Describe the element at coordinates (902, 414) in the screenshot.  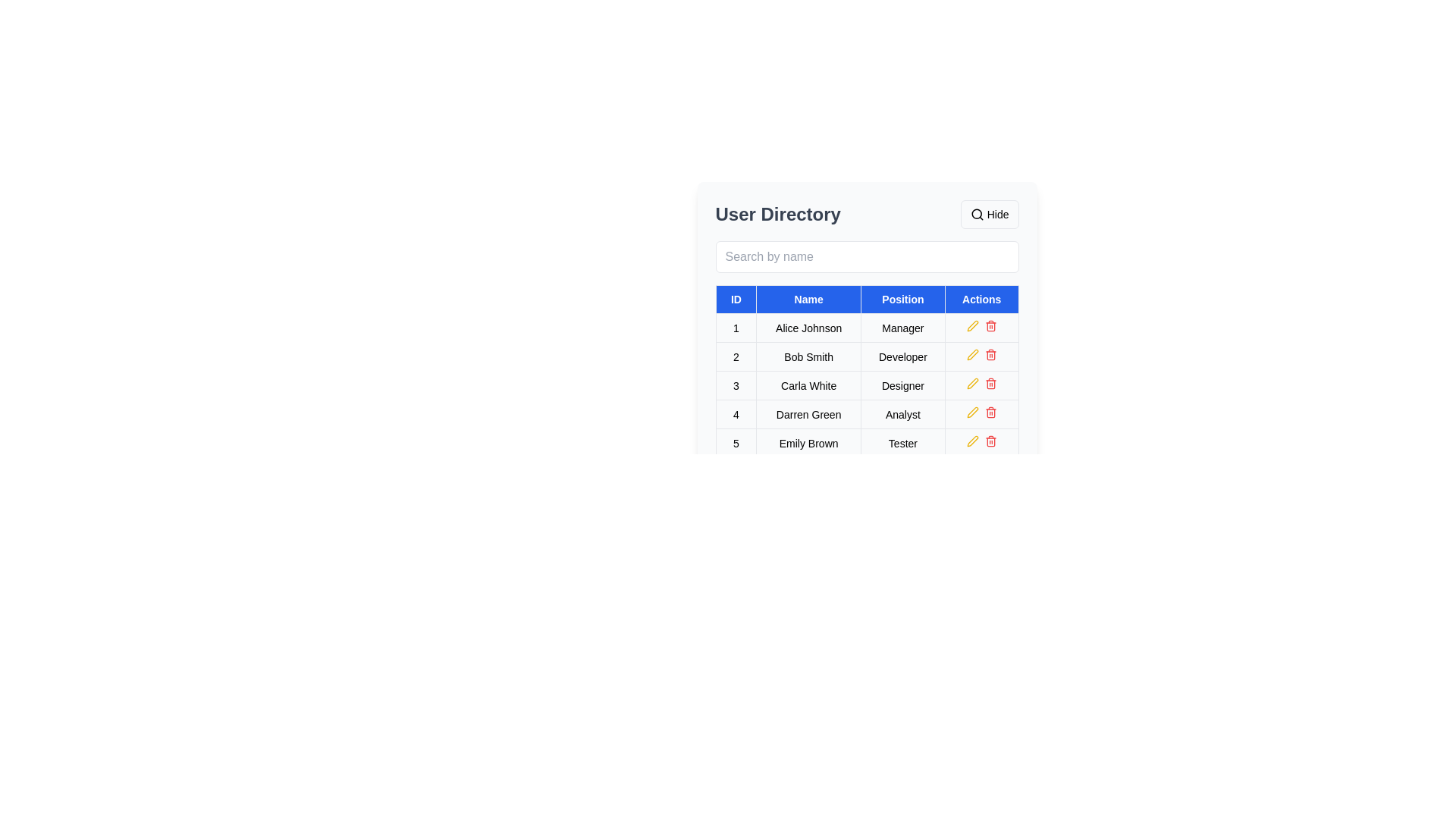
I see `the static text label displaying 'Analyst', which is positioned in the fourth row of the 'Position' column within the user directory table, adjacent to 'Darren Green' on the left and the 'Actions' column on the right` at that location.